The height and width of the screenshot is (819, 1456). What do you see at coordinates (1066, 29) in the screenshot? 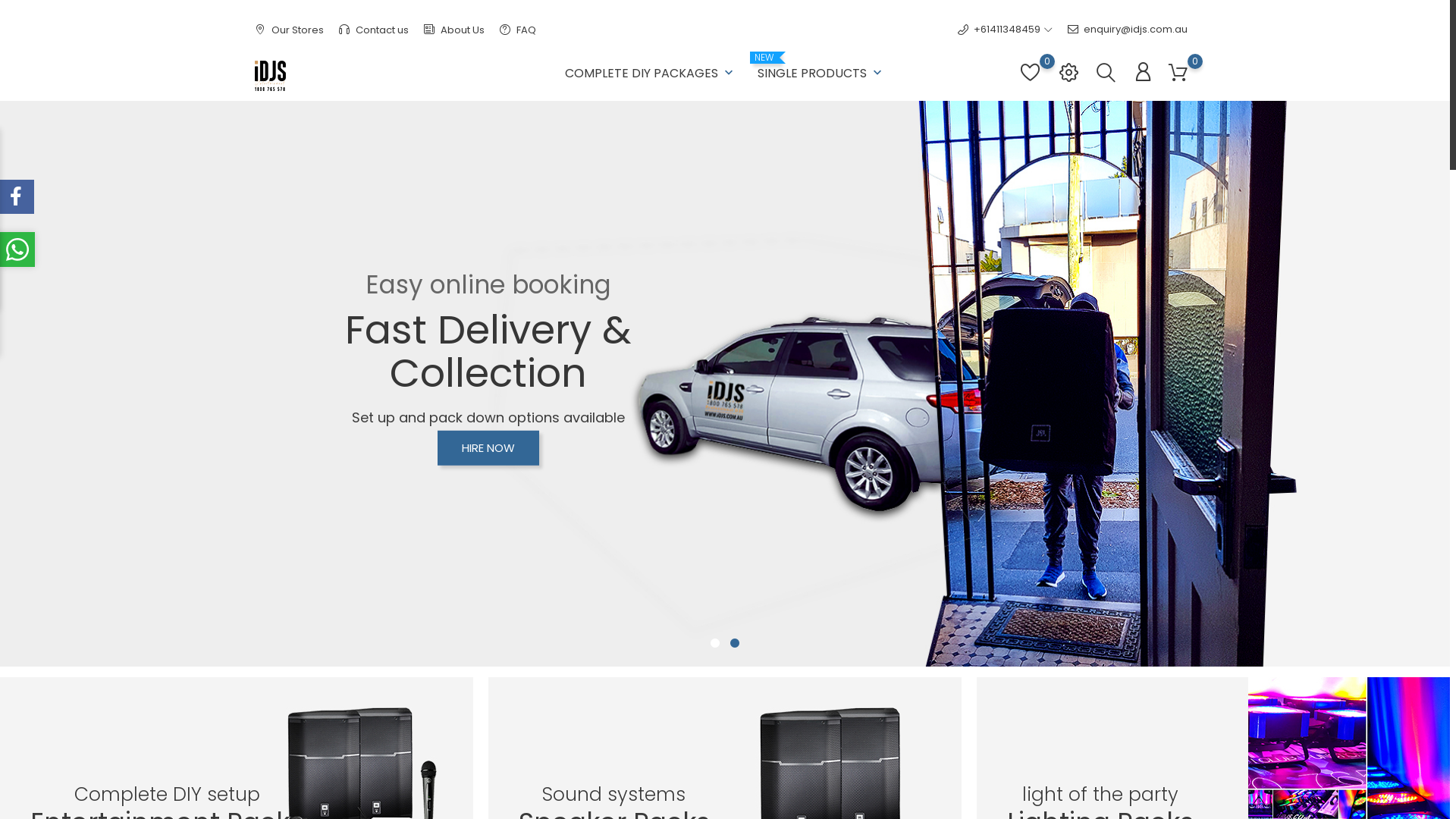
I see `'enquiry@idjs.com.au'` at bounding box center [1066, 29].